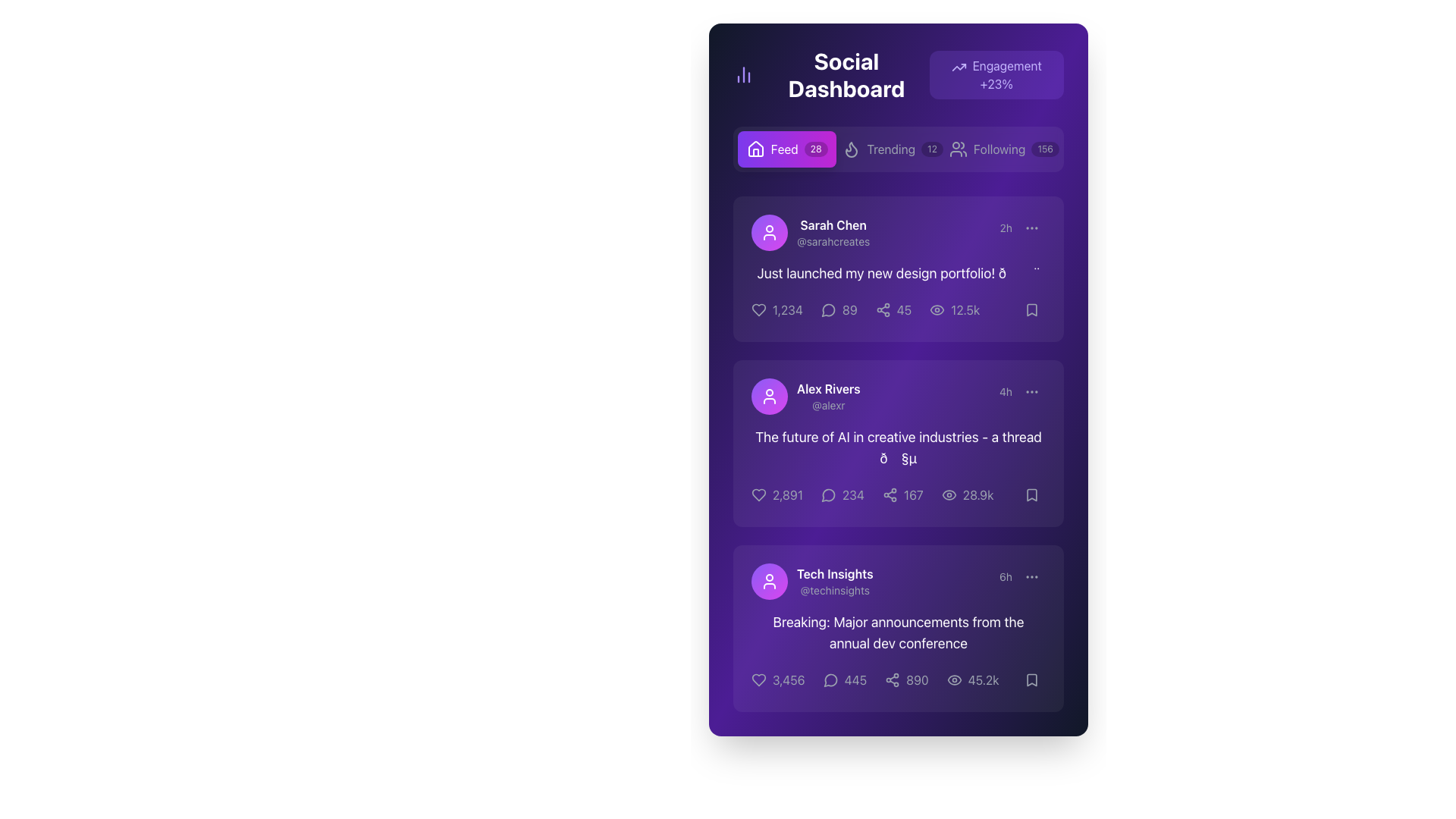 The height and width of the screenshot is (819, 1456). What do you see at coordinates (1031, 494) in the screenshot?
I see `the square button with a bookmark icon located at the bottom-right corner of a card in the second row of the feed` at bounding box center [1031, 494].